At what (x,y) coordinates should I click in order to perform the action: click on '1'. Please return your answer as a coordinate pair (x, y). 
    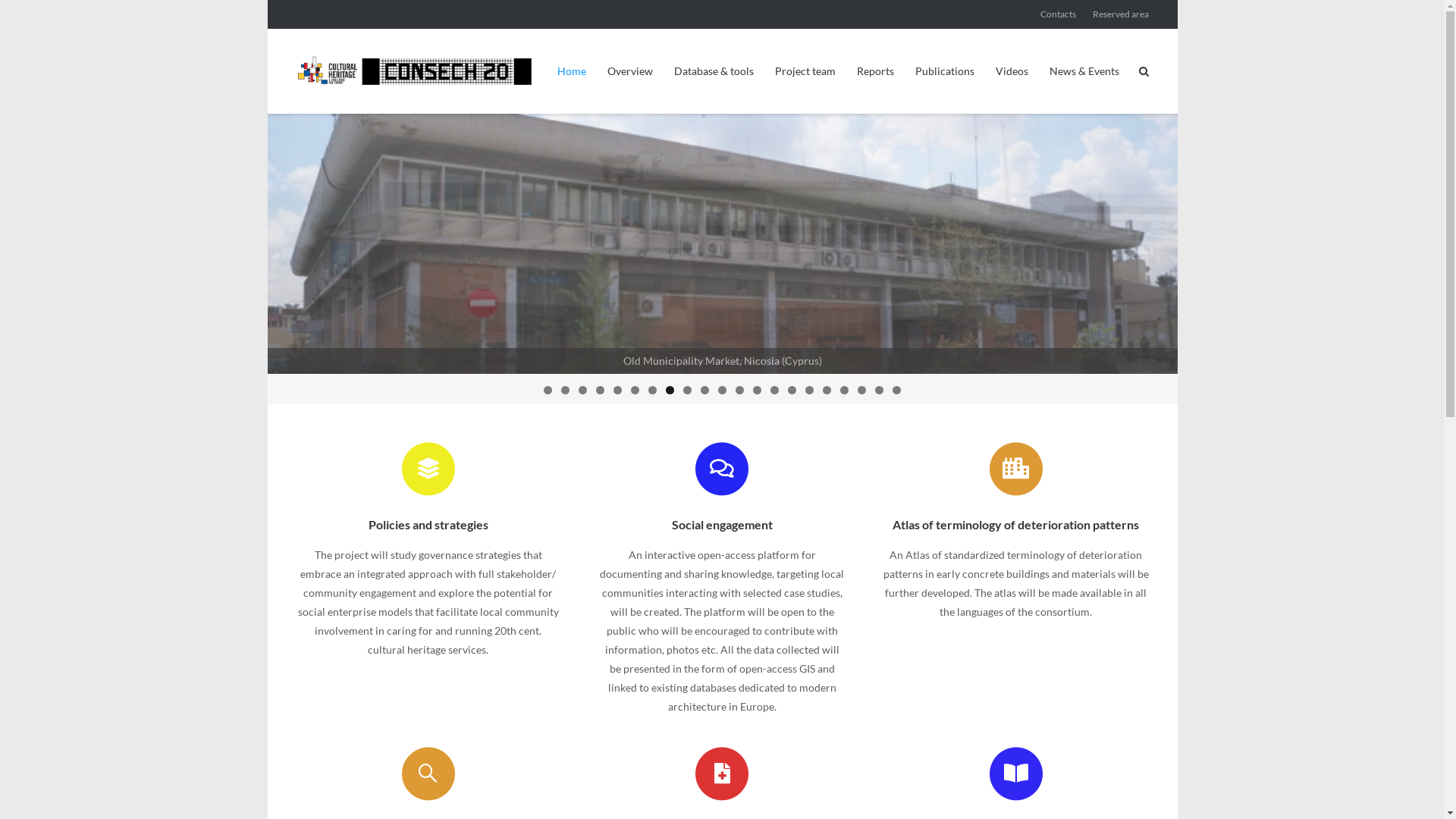
    Looking at the image, I should click on (547, 389).